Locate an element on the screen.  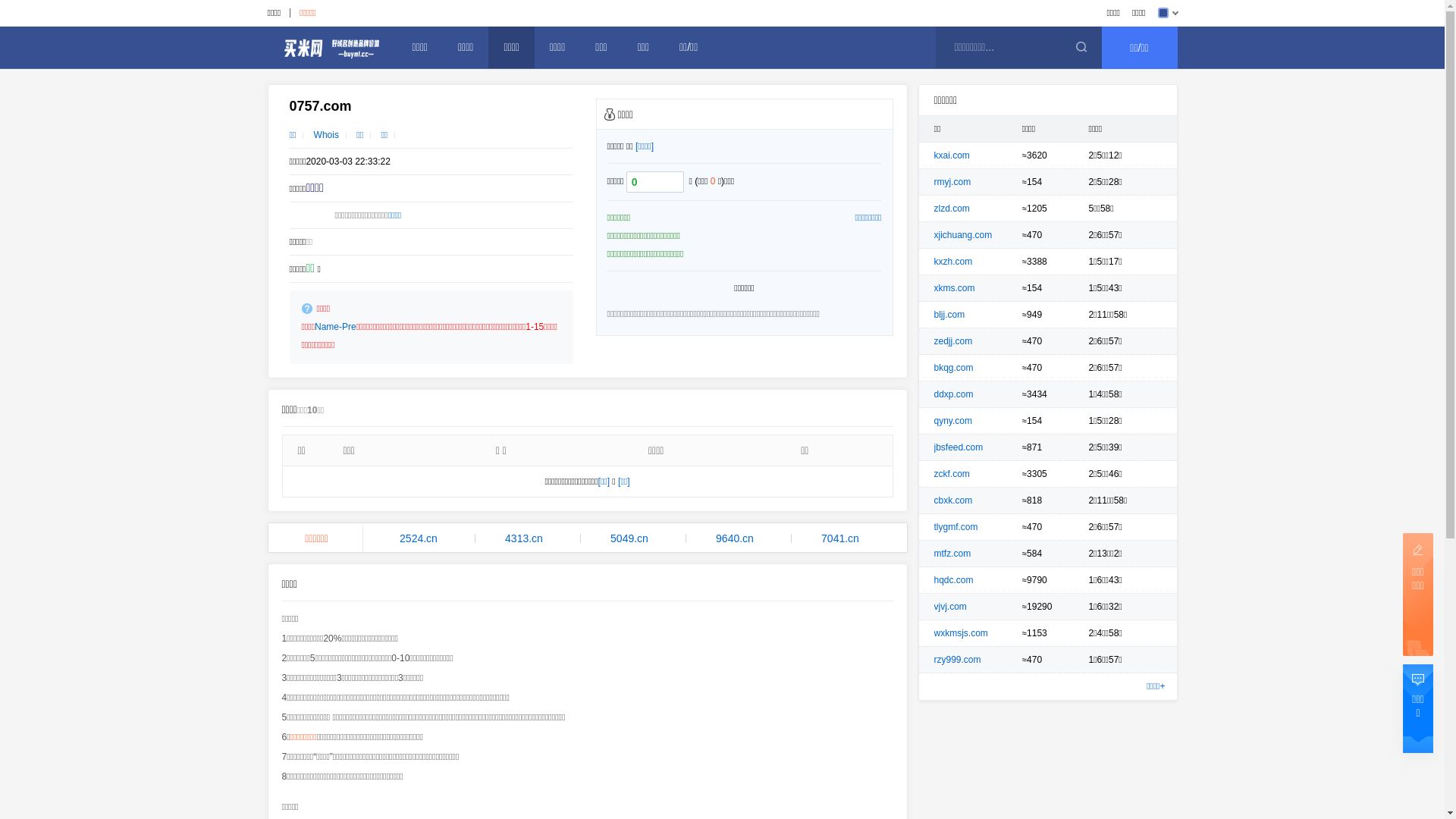
'rzy999.com' is located at coordinates (956, 659).